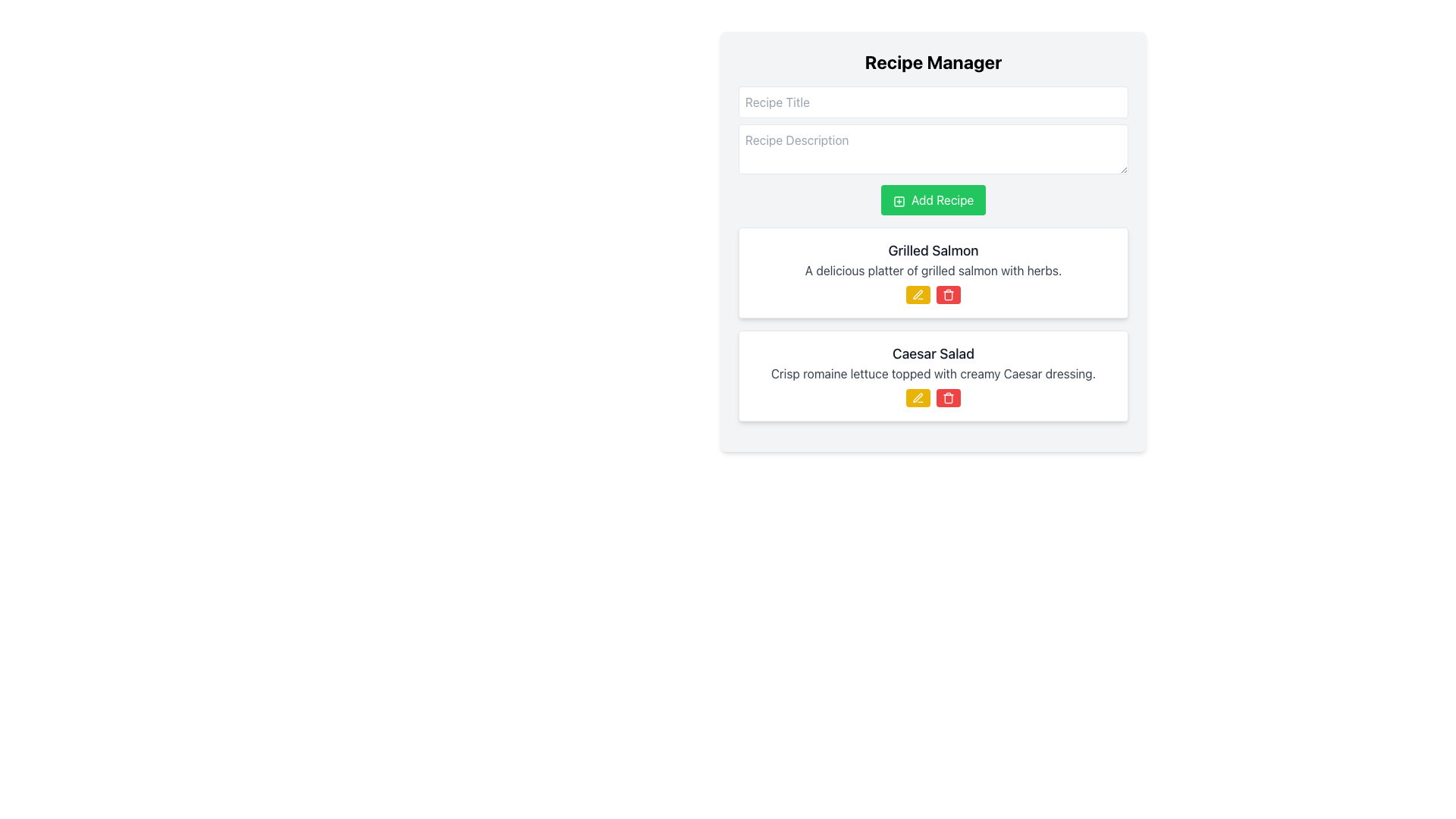  What do you see at coordinates (932, 353) in the screenshot?
I see `the 'Caesar Salad' text label, which serves as the title for the recipe entry` at bounding box center [932, 353].